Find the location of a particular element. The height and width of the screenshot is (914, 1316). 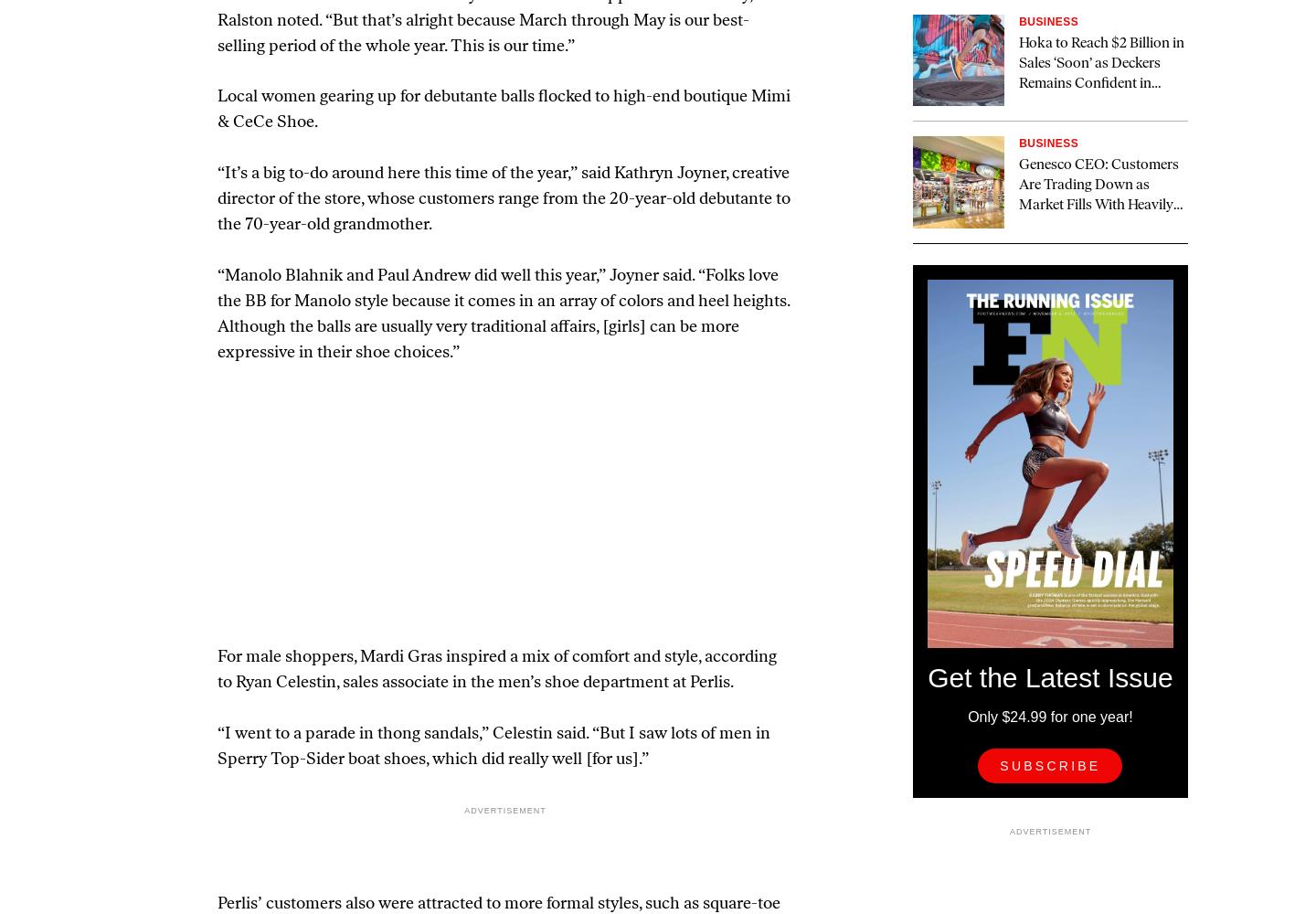

'Local women gearing up for debutante balls flocked to high-end boutique Mimi & CeCe Shoe.' is located at coordinates (504, 109).